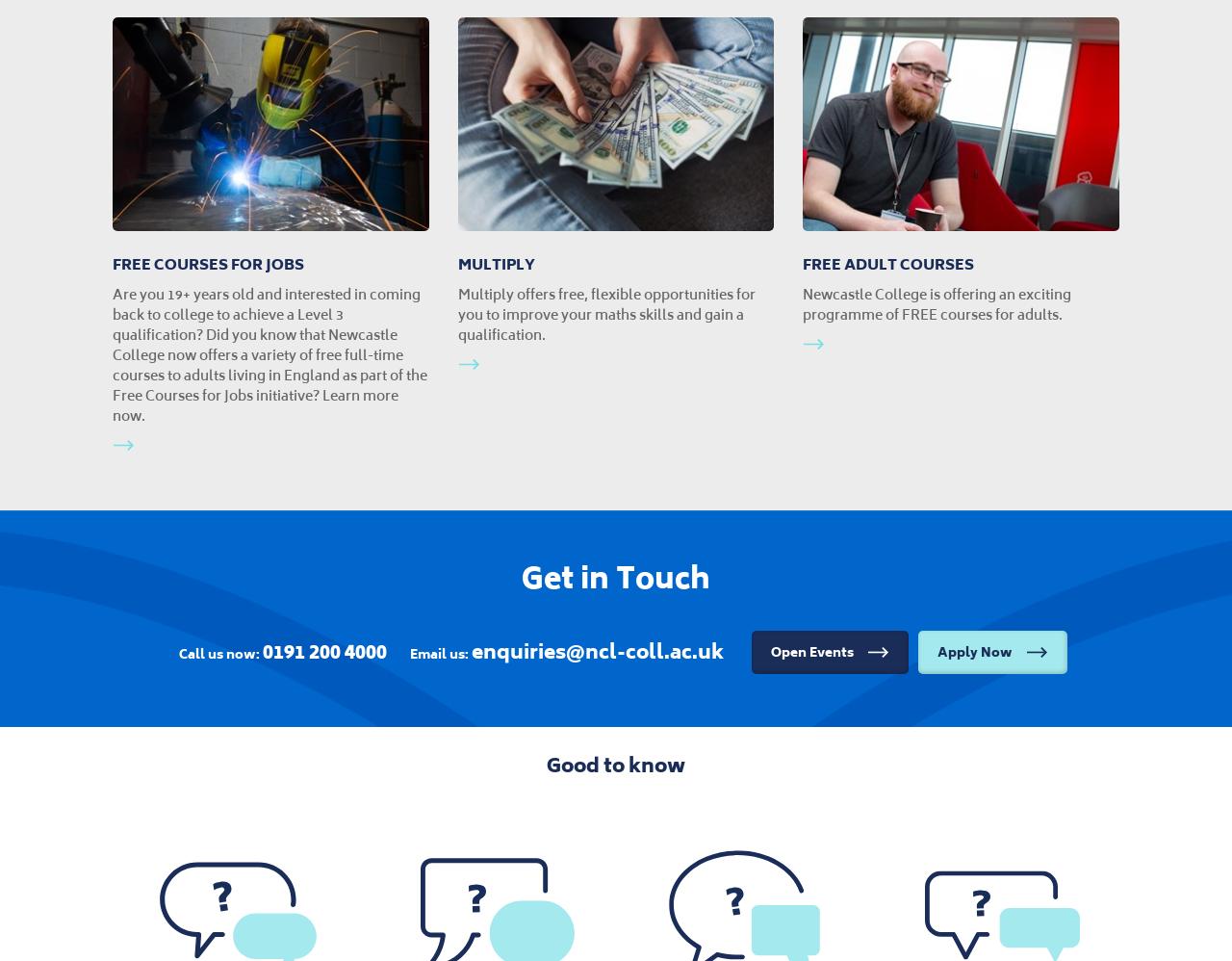 Image resolution: width=1232 pixels, height=961 pixels. What do you see at coordinates (812, 650) in the screenshot?
I see `'Open Events'` at bounding box center [812, 650].